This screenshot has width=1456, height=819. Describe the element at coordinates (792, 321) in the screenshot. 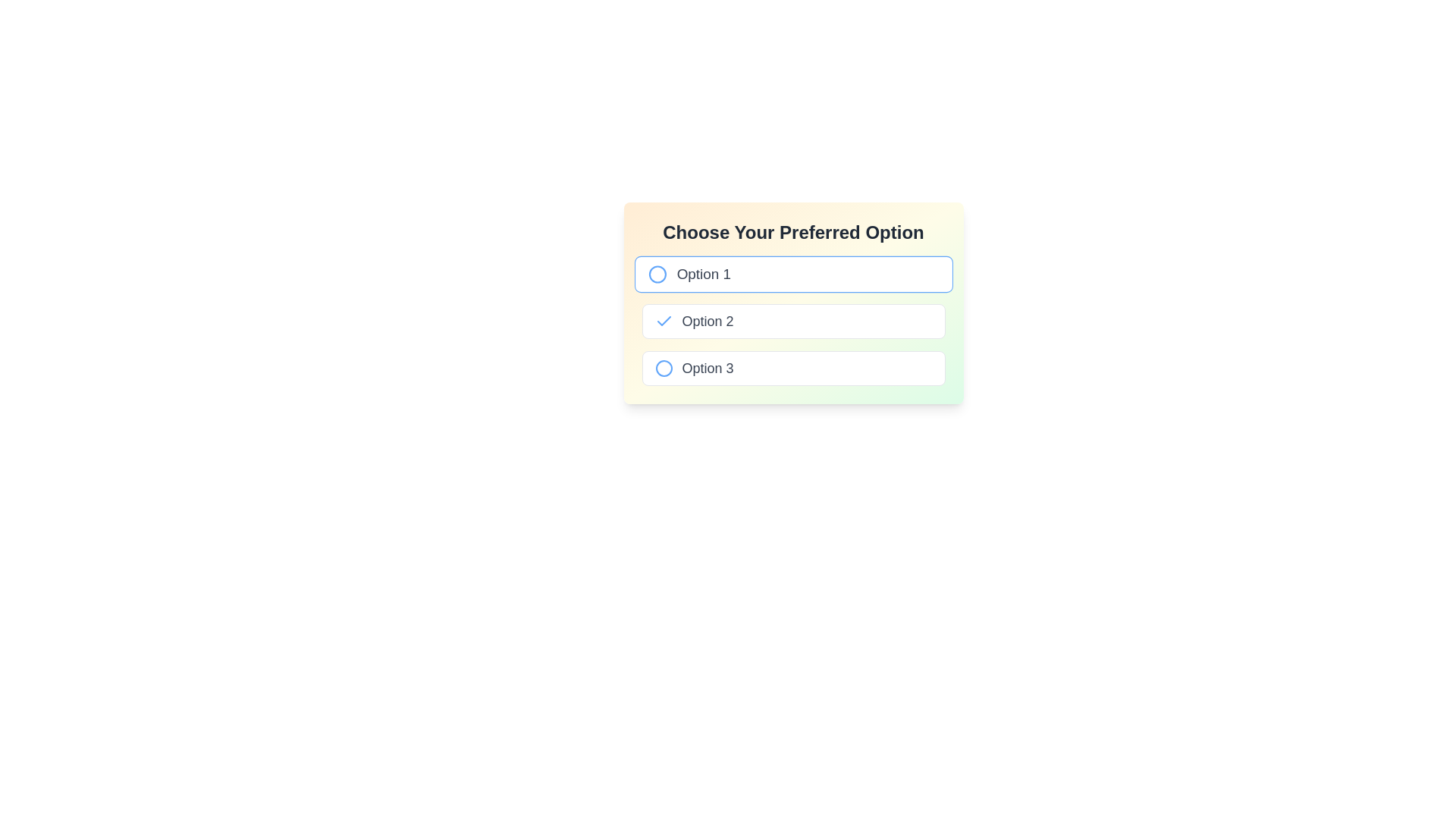

I see `to select the second radio button option (Option 2) in the vertically stacked group of options, which will deselect others in the group` at that location.